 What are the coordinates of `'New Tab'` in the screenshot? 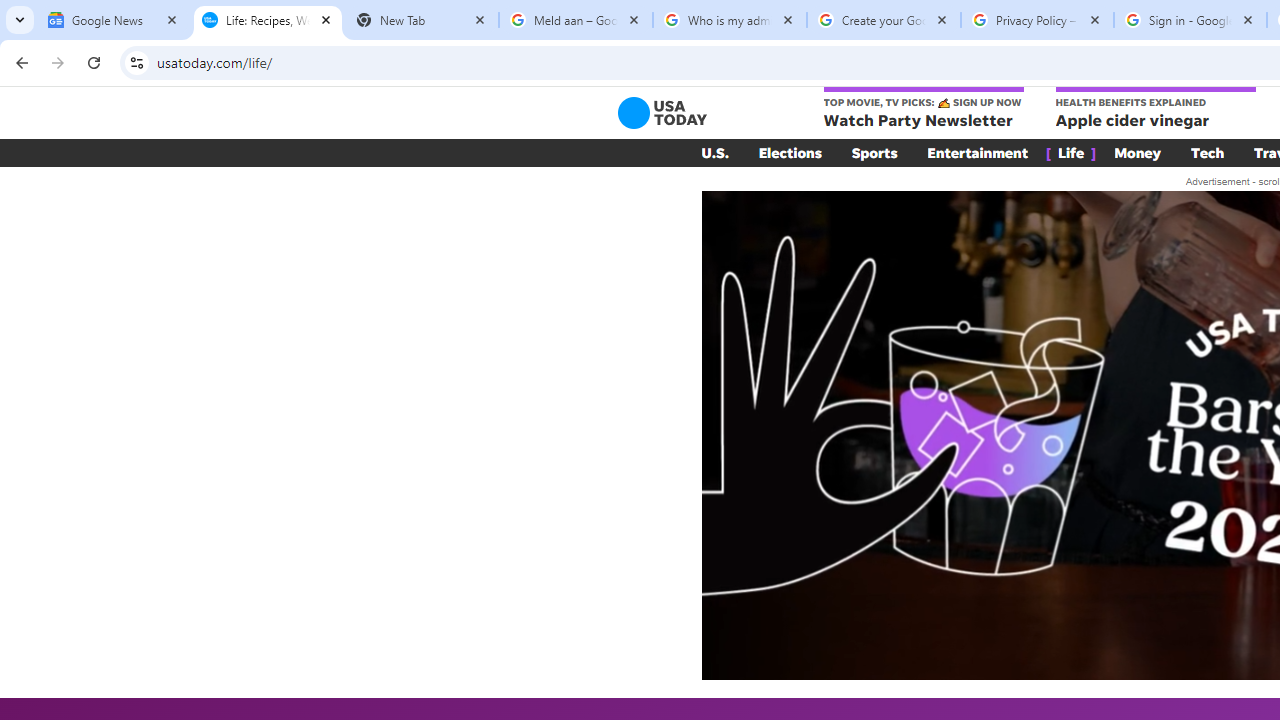 It's located at (420, 20).